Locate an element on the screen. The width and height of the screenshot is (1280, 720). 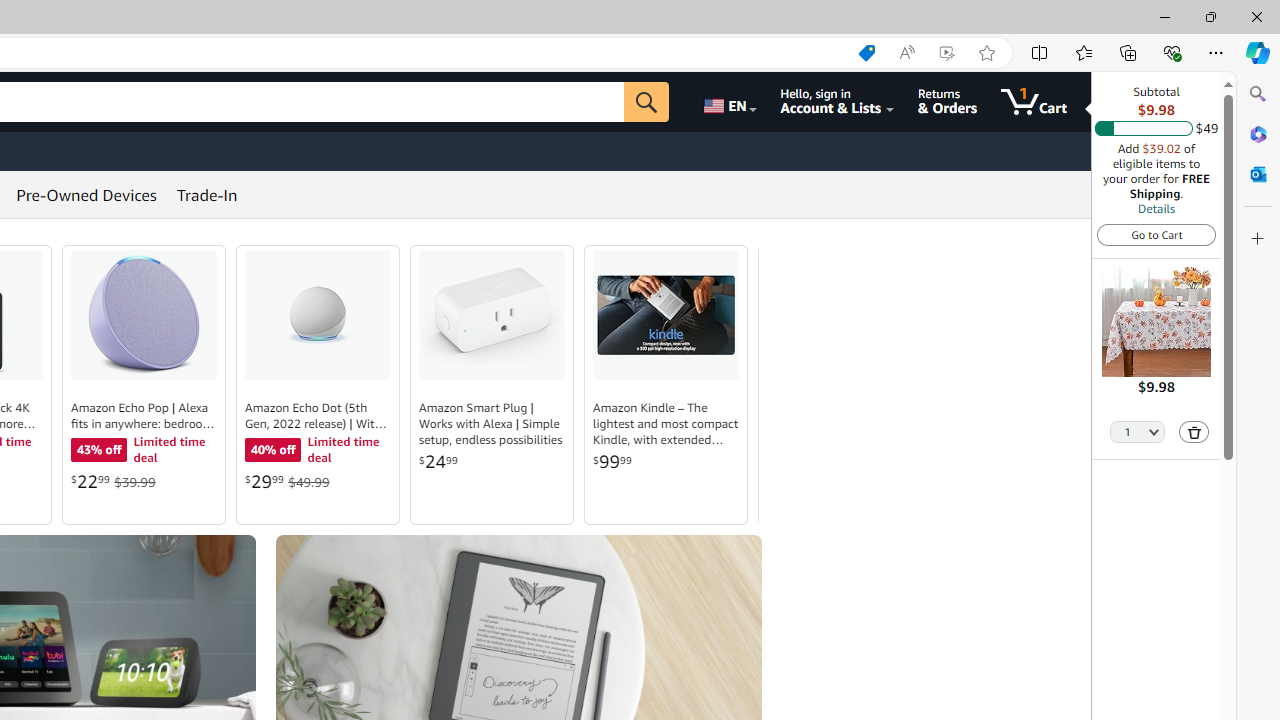
'Quantity Selector' is located at coordinates (1137, 429).